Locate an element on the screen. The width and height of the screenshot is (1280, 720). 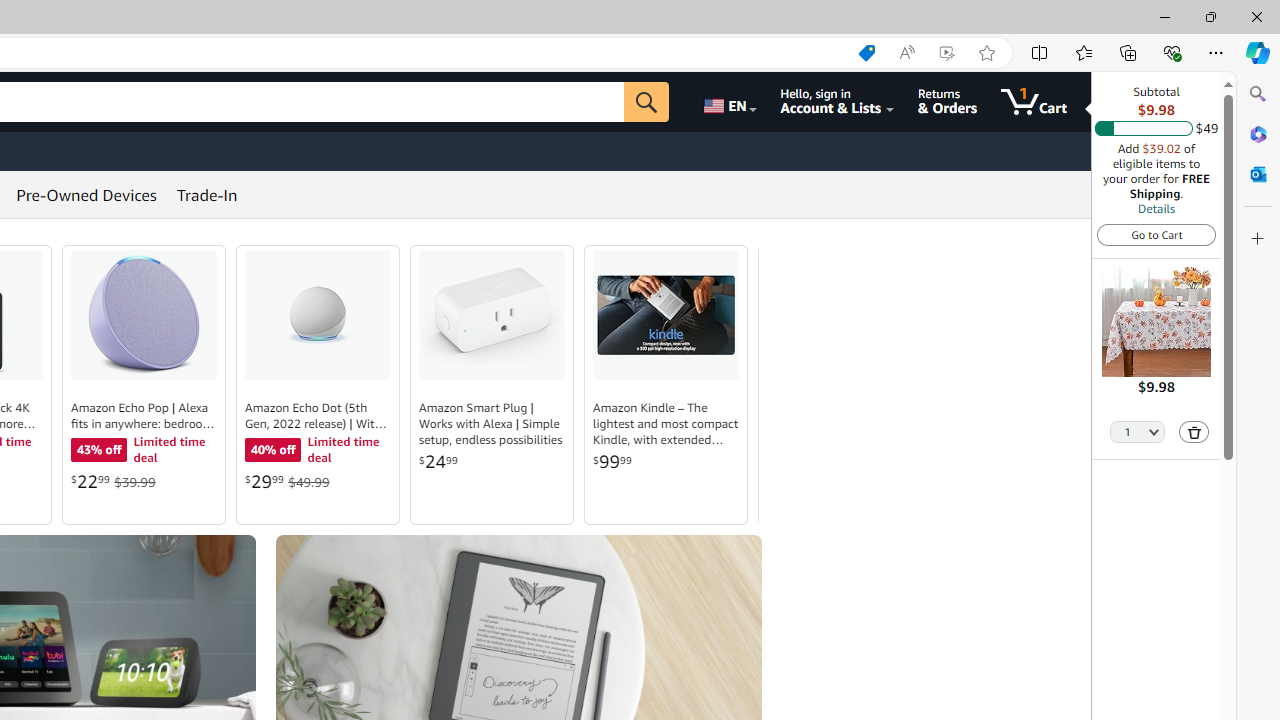
'Quantity Selector' is located at coordinates (1137, 429).